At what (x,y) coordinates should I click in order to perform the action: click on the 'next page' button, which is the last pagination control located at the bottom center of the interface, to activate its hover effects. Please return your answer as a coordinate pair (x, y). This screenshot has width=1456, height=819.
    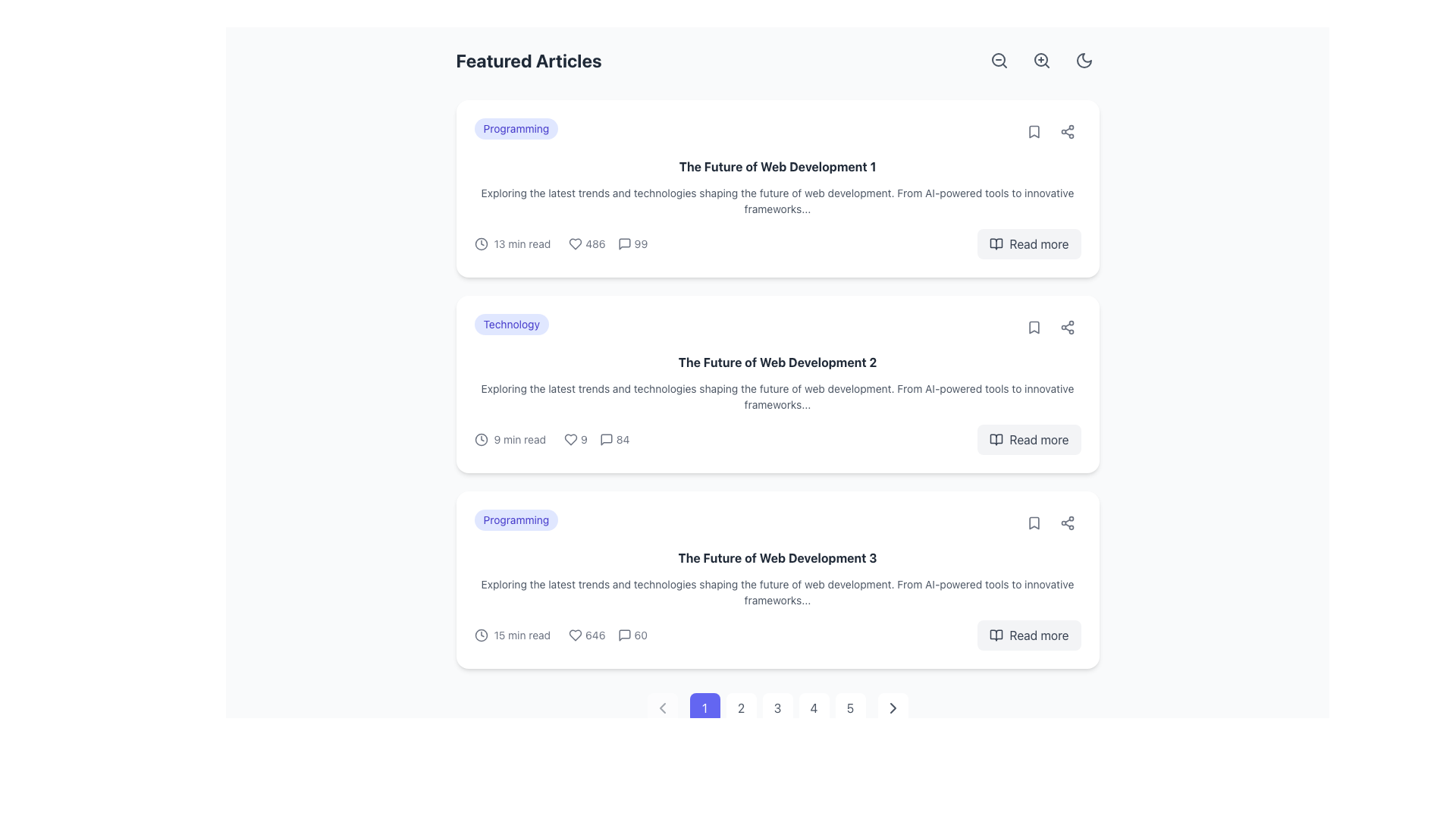
    Looking at the image, I should click on (893, 708).